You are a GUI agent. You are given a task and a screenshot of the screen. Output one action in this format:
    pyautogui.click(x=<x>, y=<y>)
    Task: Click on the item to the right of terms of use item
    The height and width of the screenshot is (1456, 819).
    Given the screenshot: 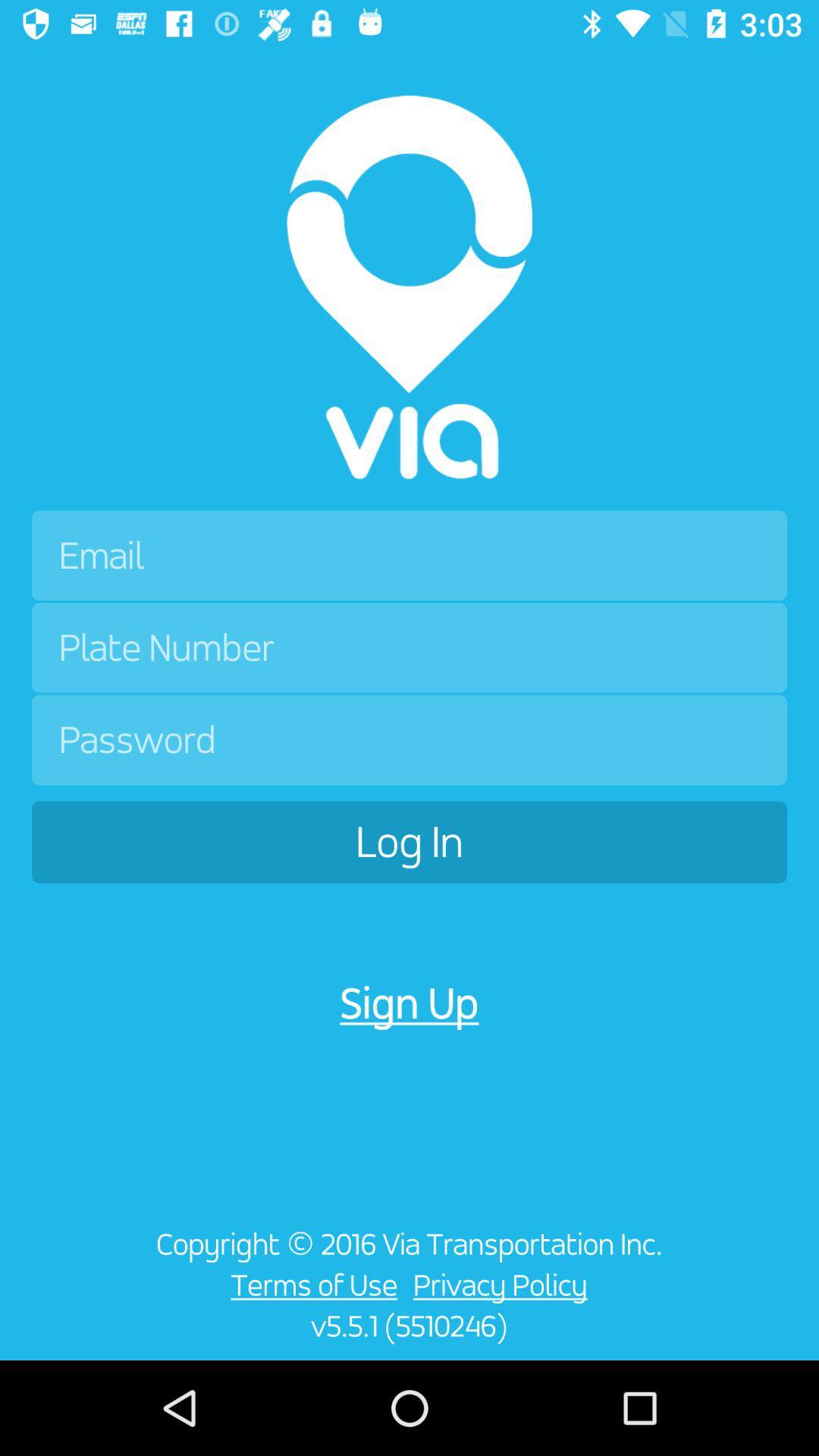 What is the action you would take?
    pyautogui.click(x=504, y=1284)
    